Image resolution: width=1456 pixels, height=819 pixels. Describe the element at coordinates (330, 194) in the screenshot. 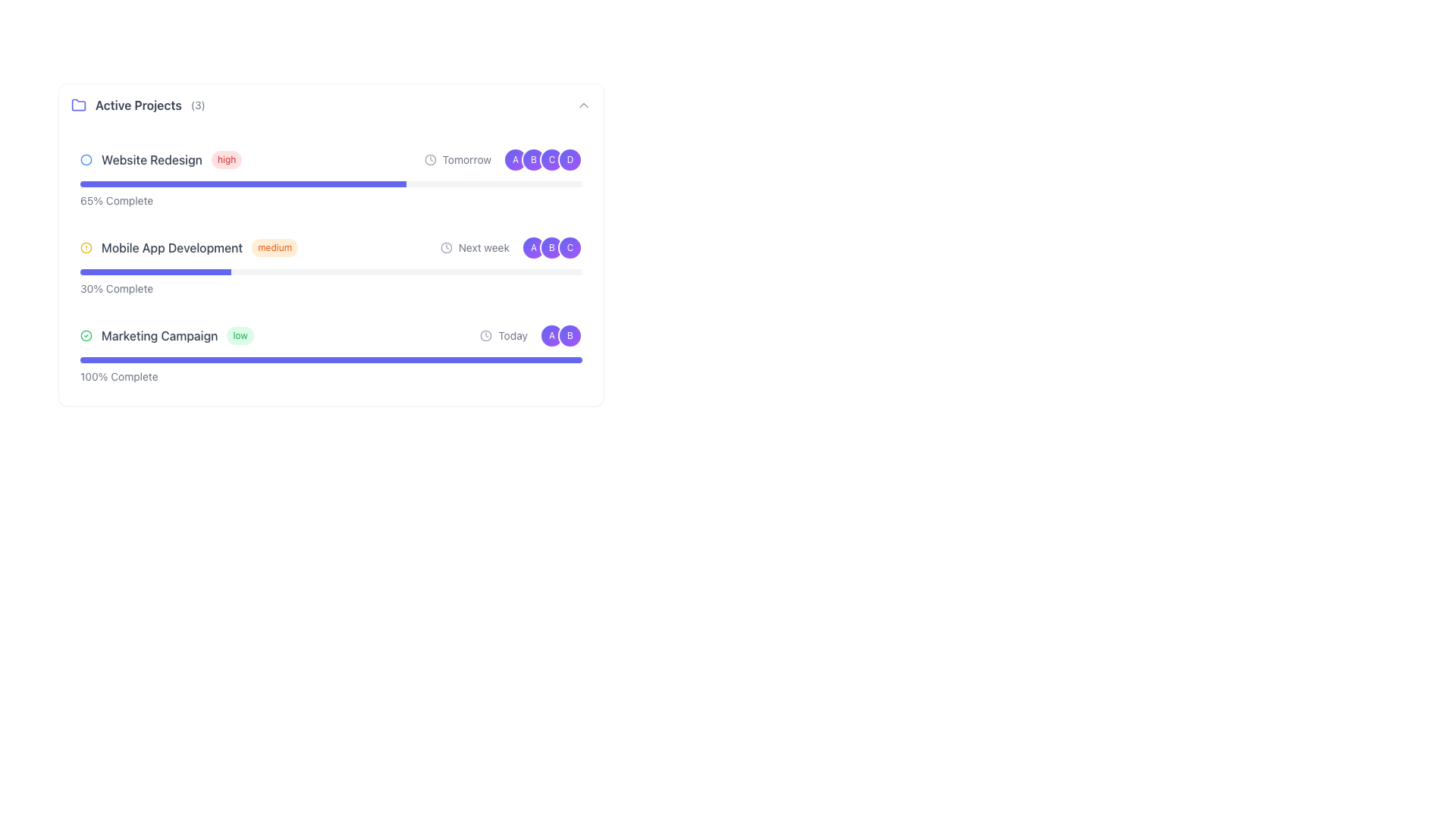

I see `accompanying text of the progress bar indicating the completion percentage, which reads '65% Complete' in the 'Active Projects' section under the project labeled 'Website Redesign'` at that location.